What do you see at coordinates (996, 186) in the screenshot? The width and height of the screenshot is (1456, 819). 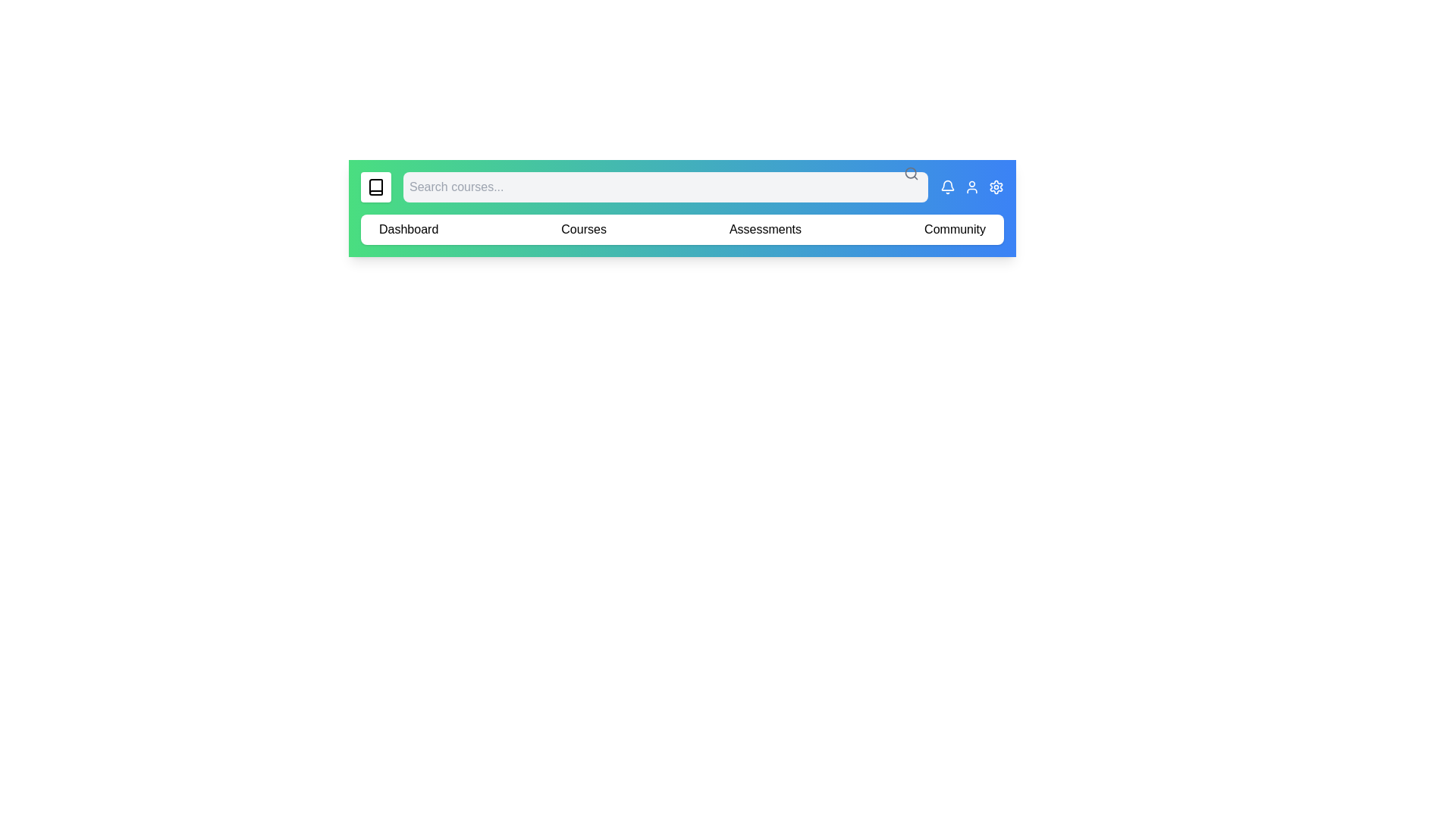 I see `the settings icon` at bounding box center [996, 186].